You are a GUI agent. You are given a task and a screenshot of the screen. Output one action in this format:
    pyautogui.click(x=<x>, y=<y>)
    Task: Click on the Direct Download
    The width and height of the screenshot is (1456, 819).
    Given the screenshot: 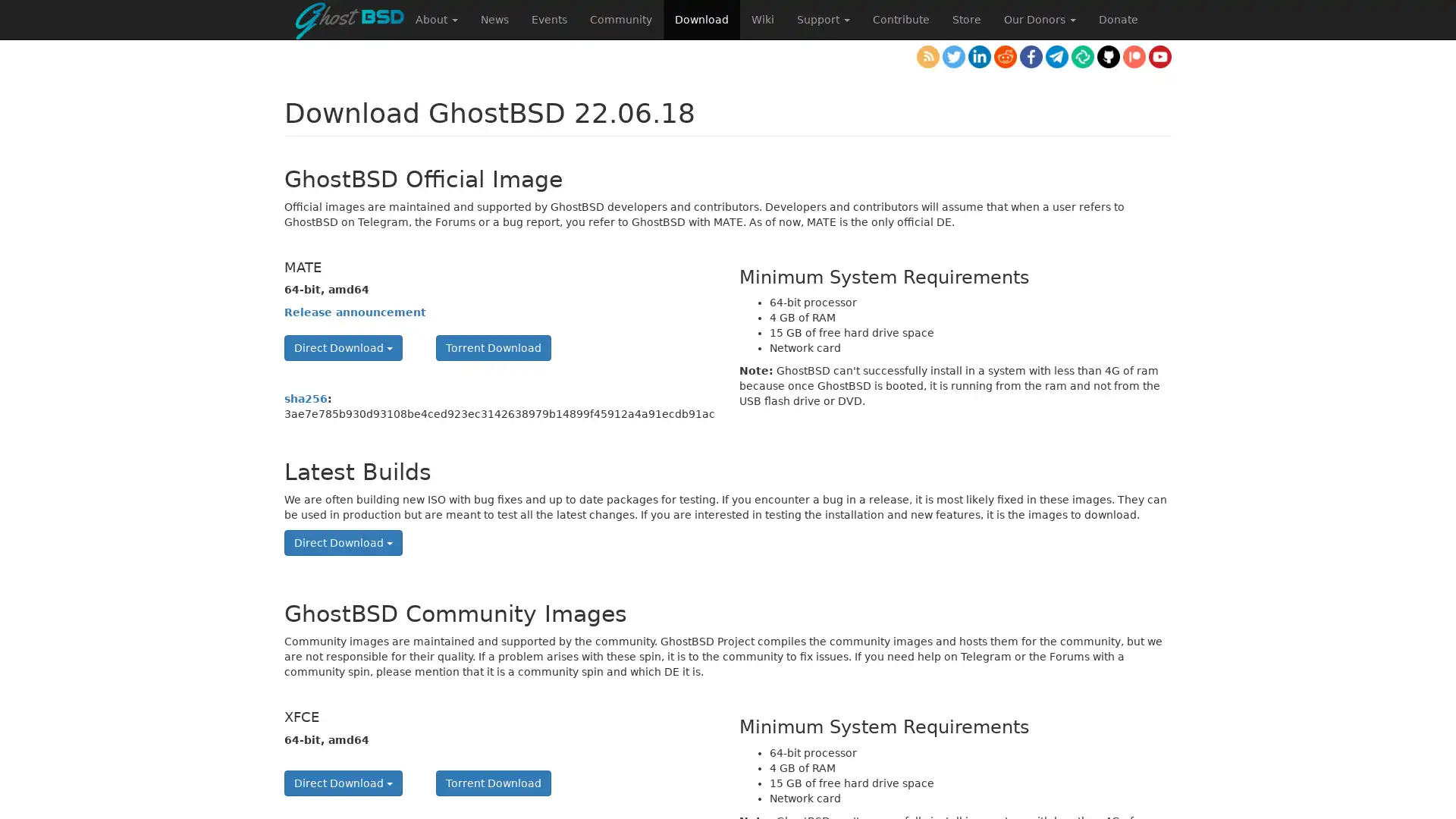 What is the action you would take?
    pyautogui.click(x=342, y=783)
    